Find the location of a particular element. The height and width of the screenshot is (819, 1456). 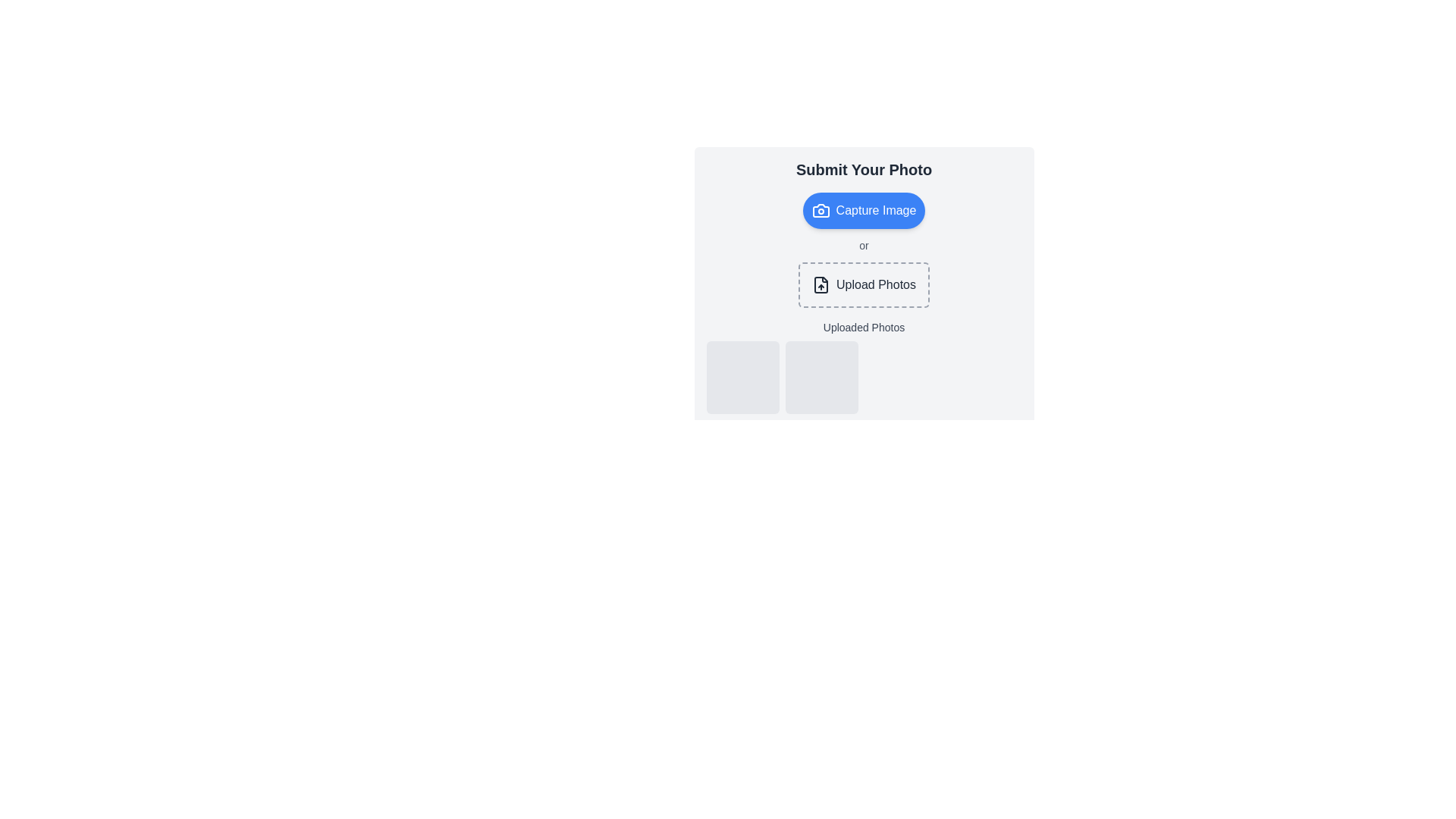

the Text Label that serves as a title for the section displaying uploaded photo thumbnails, positioned beneath the 'Upload Photos' button is located at coordinates (864, 327).